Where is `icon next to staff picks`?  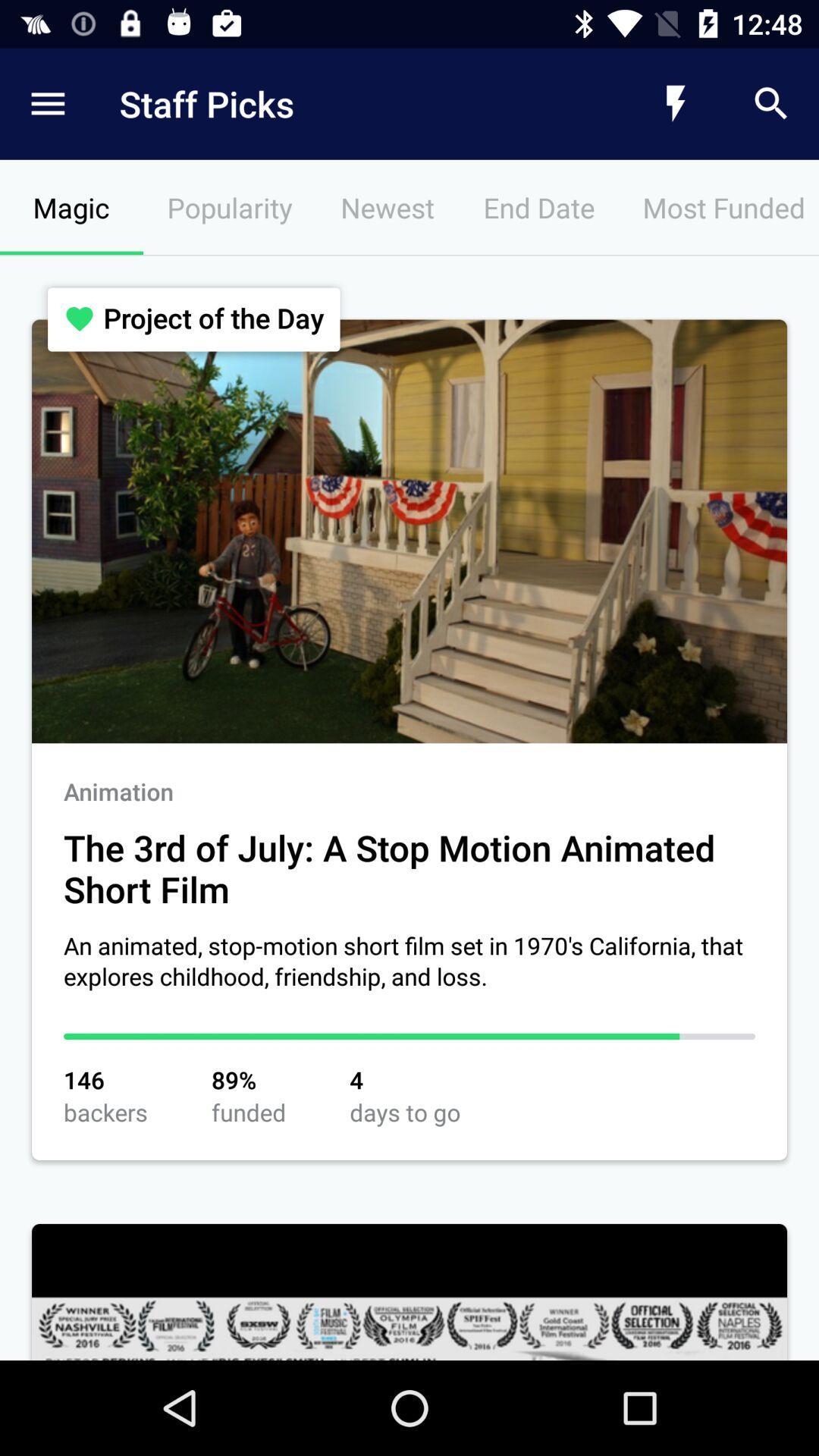
icon next to staff picks is located at coordinates (675, 103).